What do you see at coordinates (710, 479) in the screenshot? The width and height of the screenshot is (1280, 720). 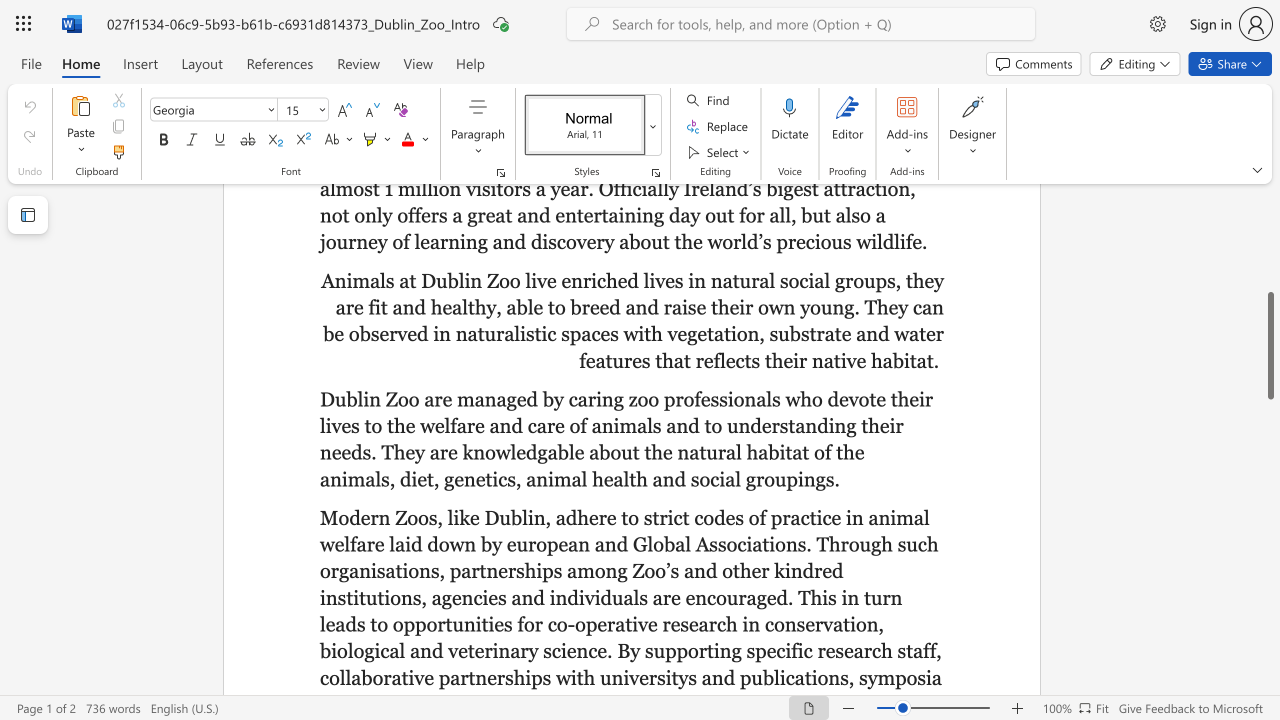 I see `the subset text "cia" within the text ", genetics, animal health and social groupings."` at bounding box center [710, 479].